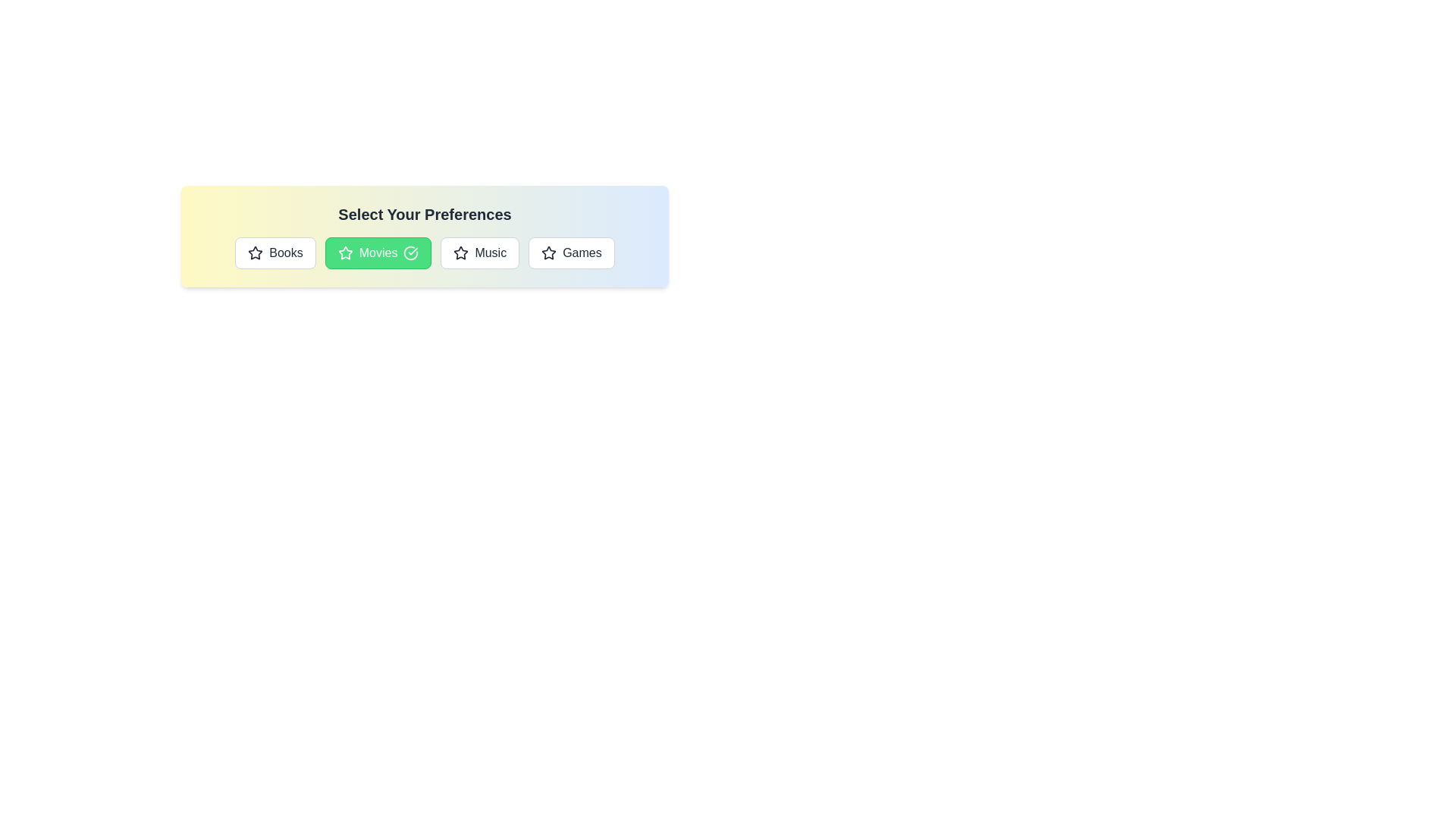 Image resolution: width=1456 pixels, height=819 pixels. I want to click on the button labeled Music to see its hover effects, so click(479, 253).